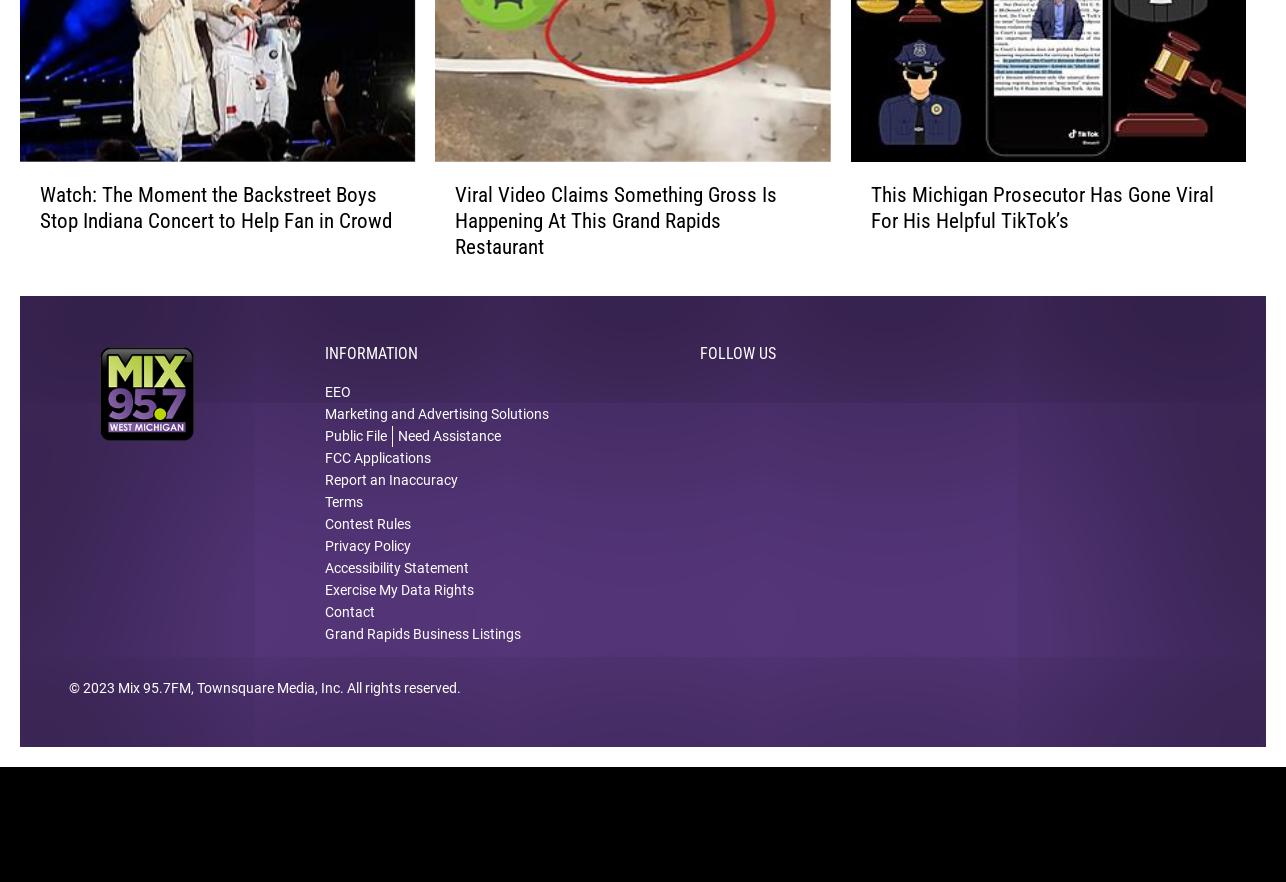  What do you see at coordinates (376, 483) in the screenshot?
I see `'FCC Applications'` at bounding box center [376, 483].